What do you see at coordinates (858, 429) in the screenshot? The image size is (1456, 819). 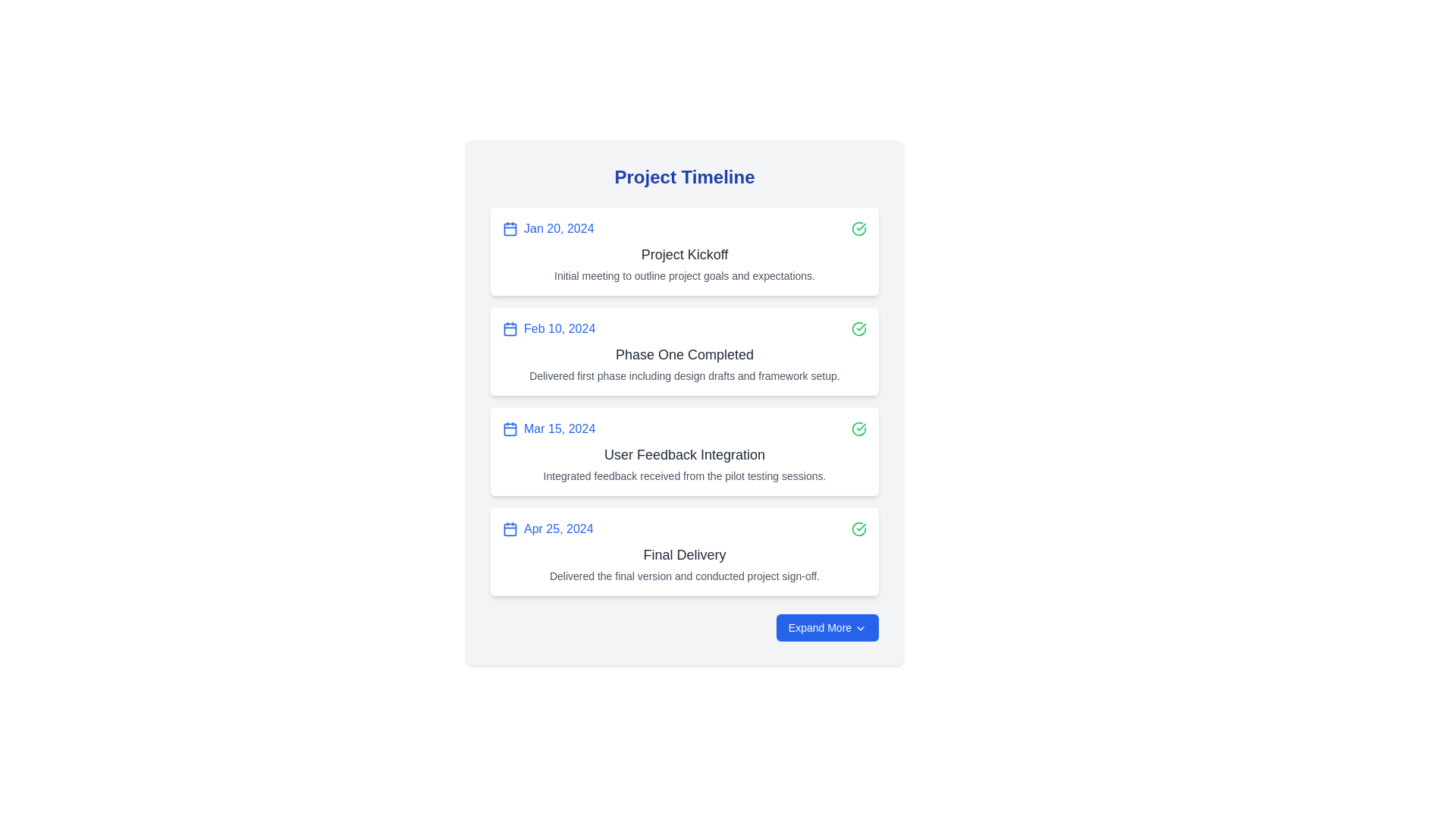 I see `the completion or progress icon located in the top-right corner of the 'Mar 15, 2024' timeline section, which indicates the status of the associated event` at bounding box center [858, 429].